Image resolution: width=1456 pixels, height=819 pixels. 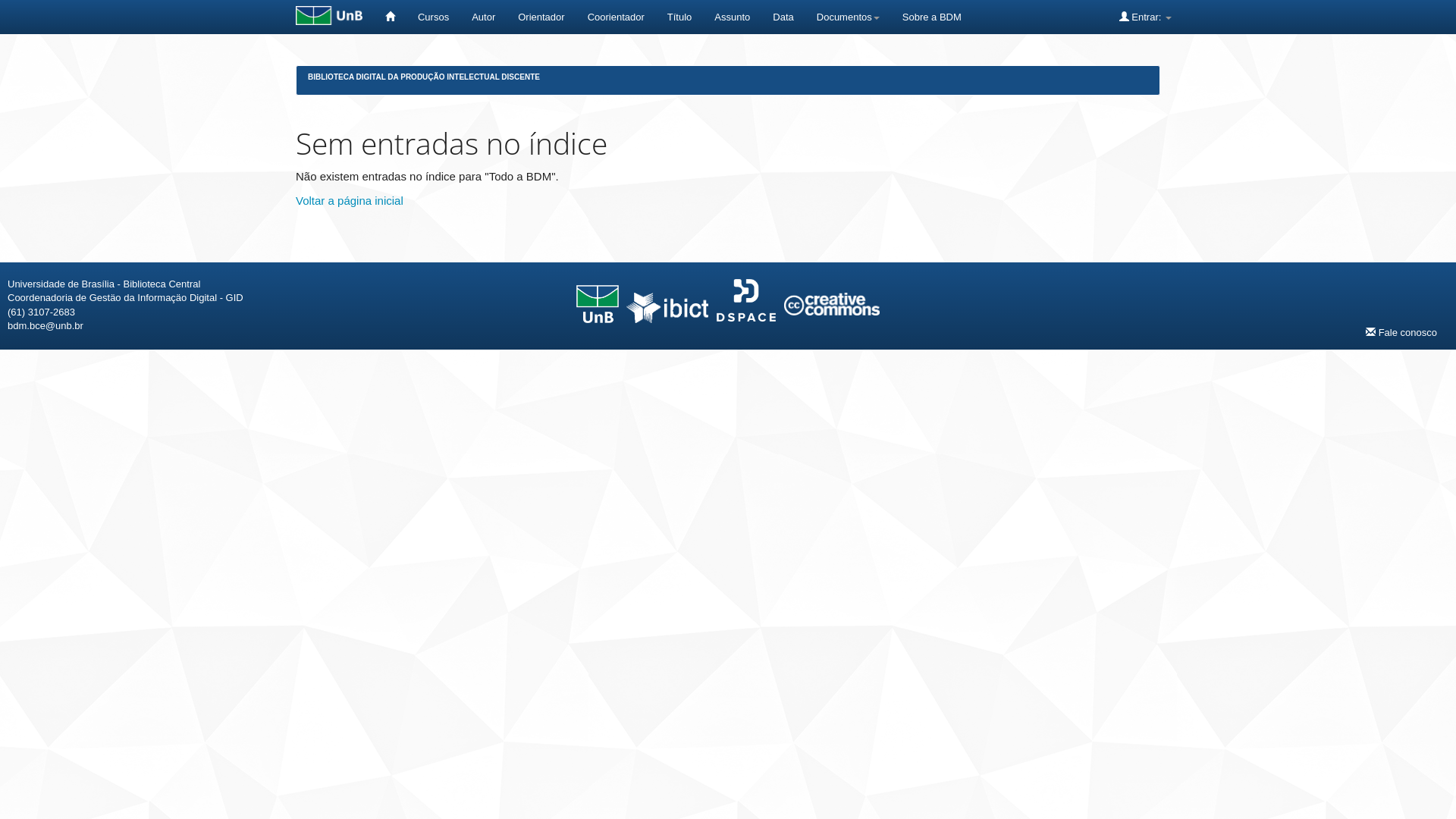 What do you see at coordinates (575, 17) in the screenshot?
I see `'Coorientador'` at bounding box center [575, 17].